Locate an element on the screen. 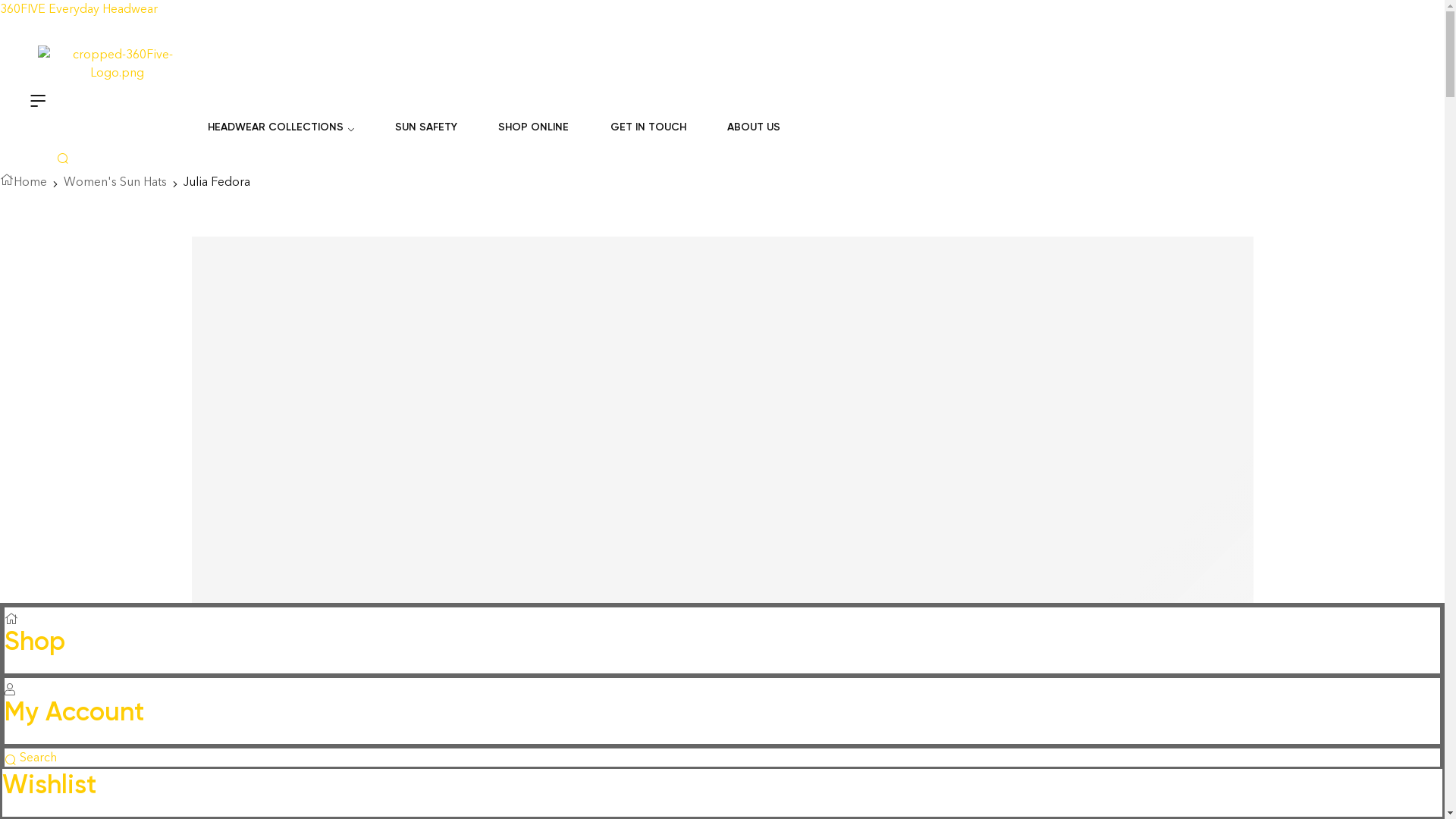 The height and width of the screenshot is (819, 1456). 'Search' is located at coordinates (30, 757).